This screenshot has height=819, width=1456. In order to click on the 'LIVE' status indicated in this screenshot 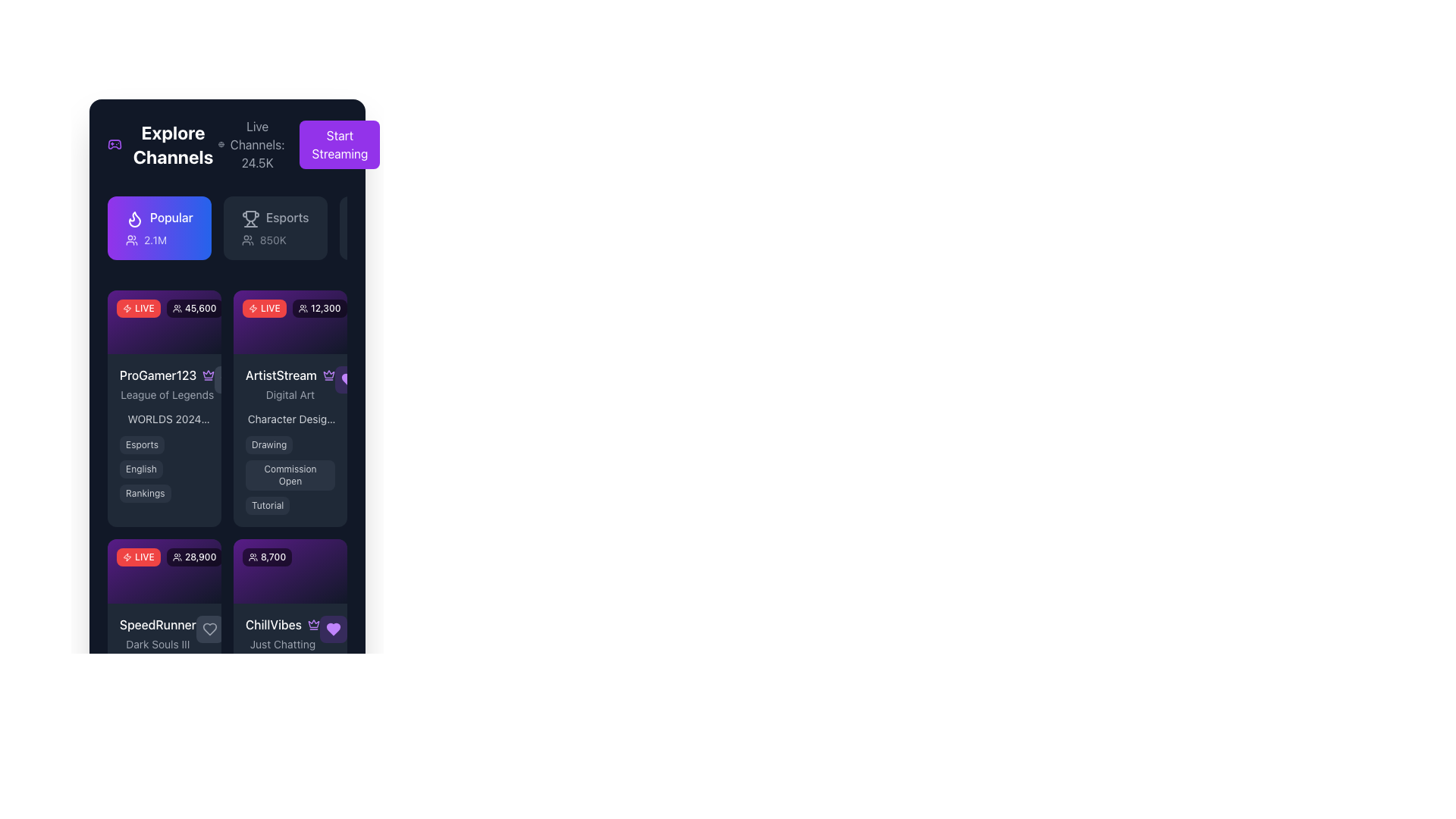, I will do `click(138, 557)`.